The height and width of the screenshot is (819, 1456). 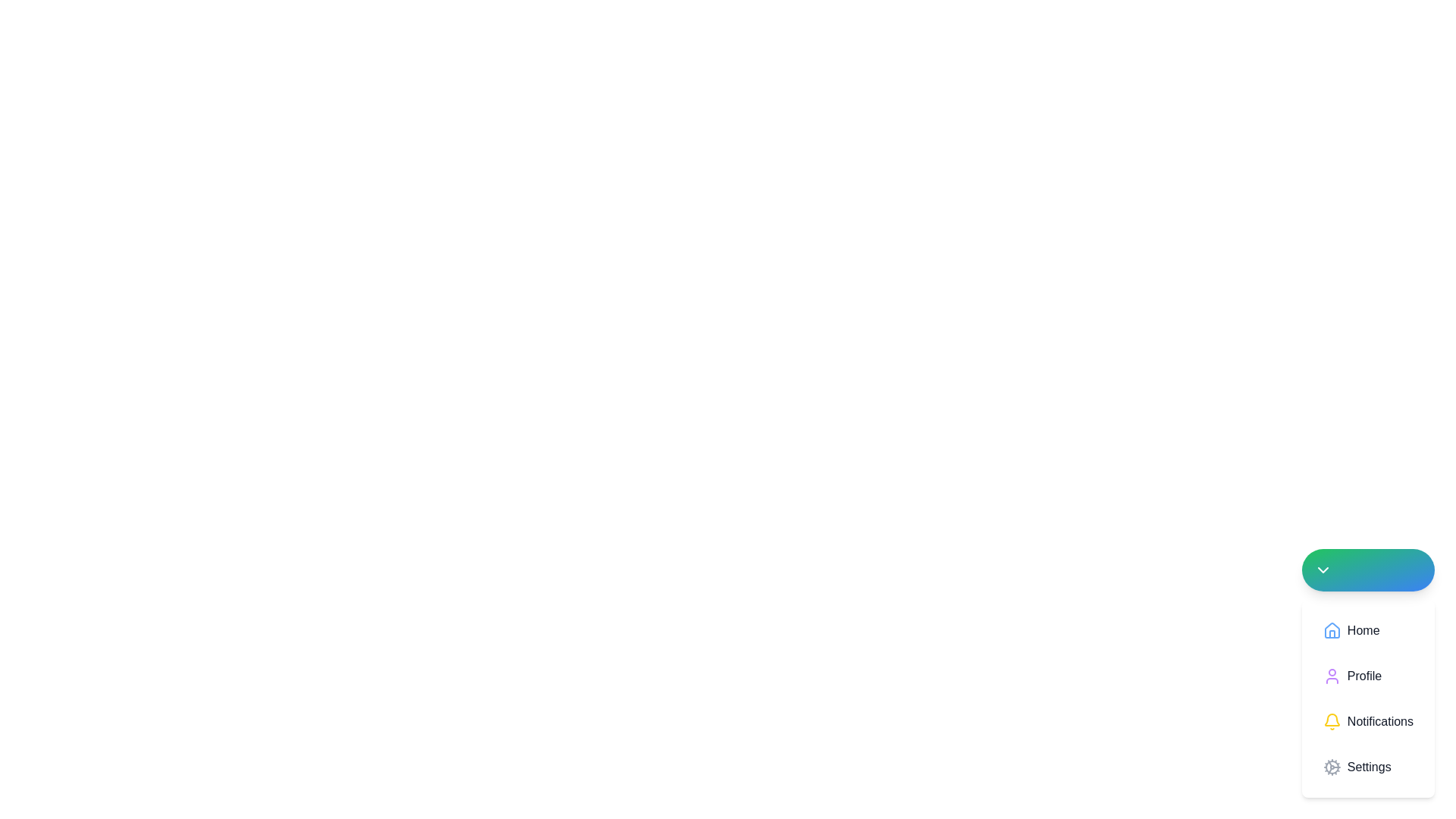 What do you see at coordinates (1331, 767) in the screenshot?
I see `the cogwheel icon located to the left of the 'Settings' menu item in the dropdown menu for potential interaction feedback` at bounding box center [1331, 767].